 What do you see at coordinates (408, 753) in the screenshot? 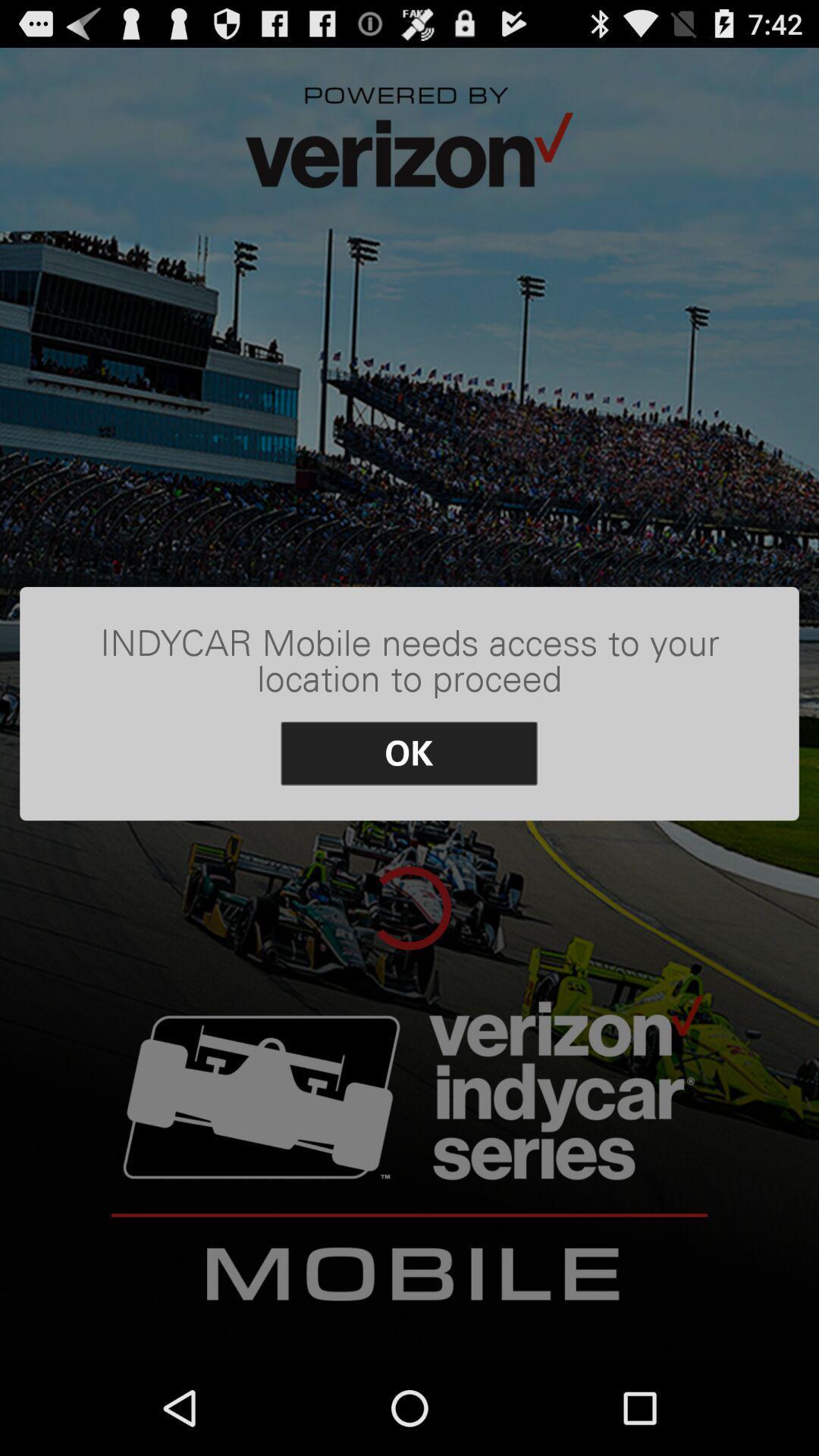
I see `the ok` at bounding box center [408, 753].